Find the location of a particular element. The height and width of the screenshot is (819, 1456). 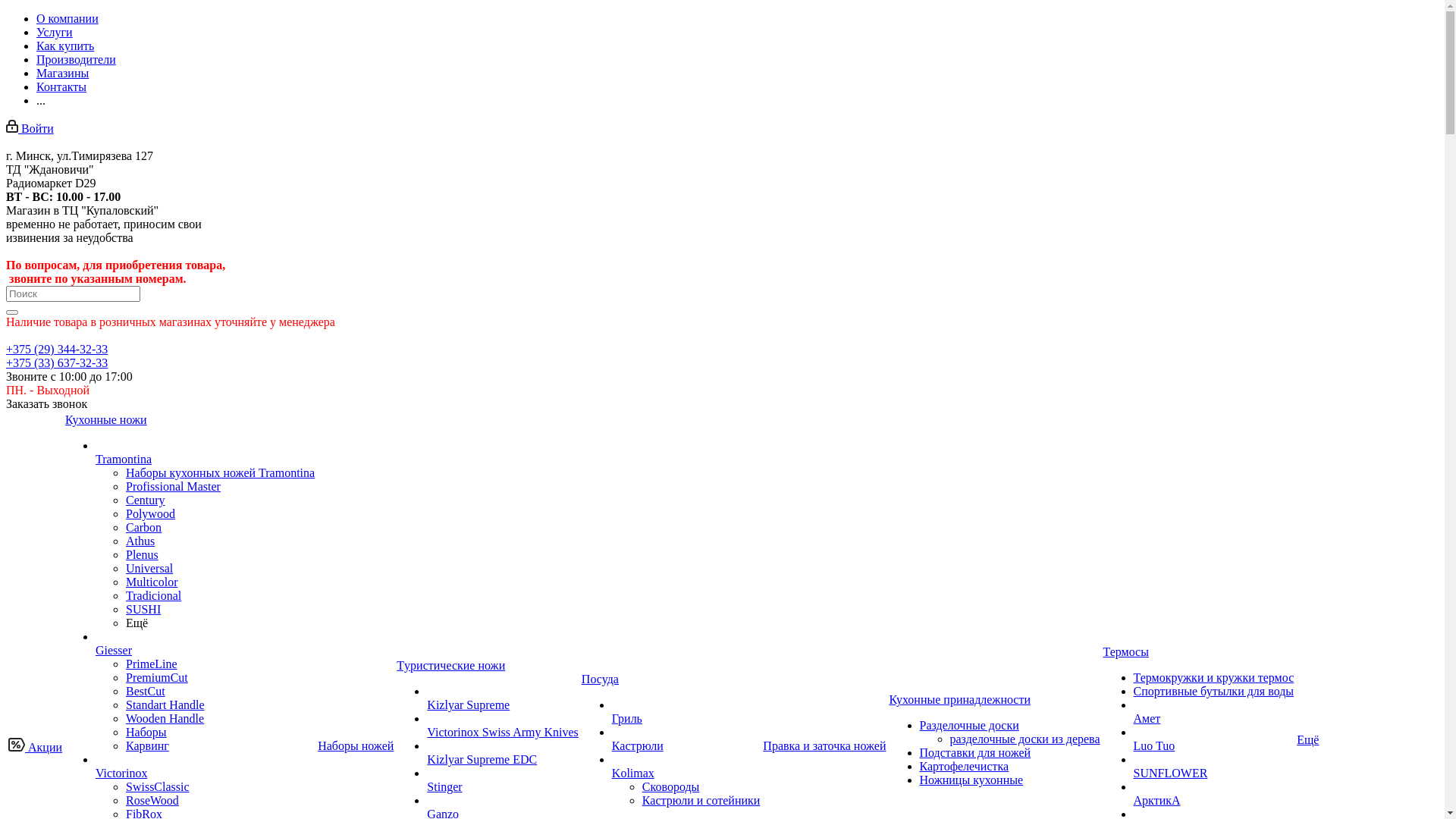

'Tramontina' is located at coordinates (94, 458).